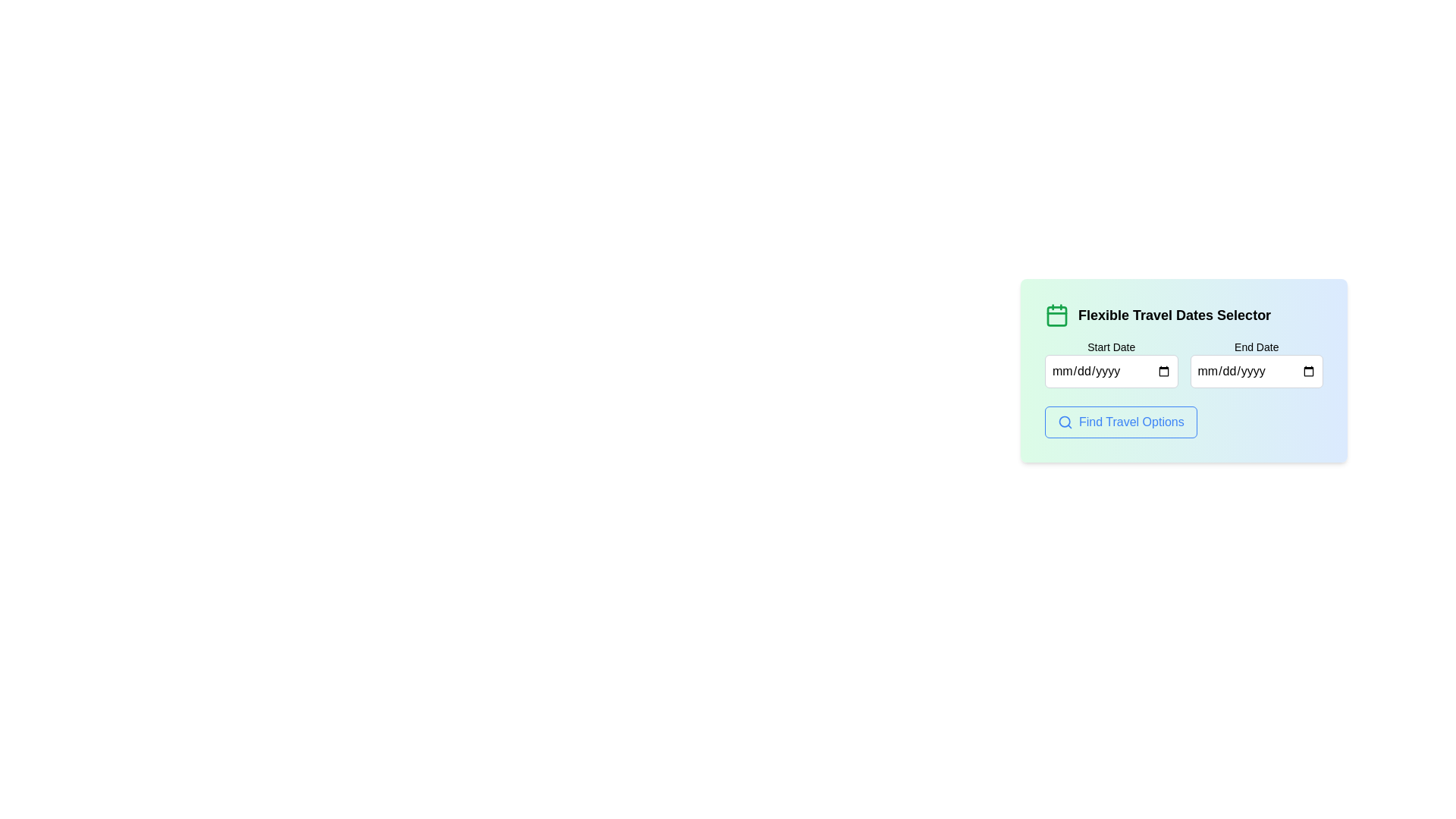 The image size is (1456, 819). I want to click on the 'Start Date' text label, which is displayed in bold and is positioned above the date input field in the left column of the date selection section, so click(1111, 347).